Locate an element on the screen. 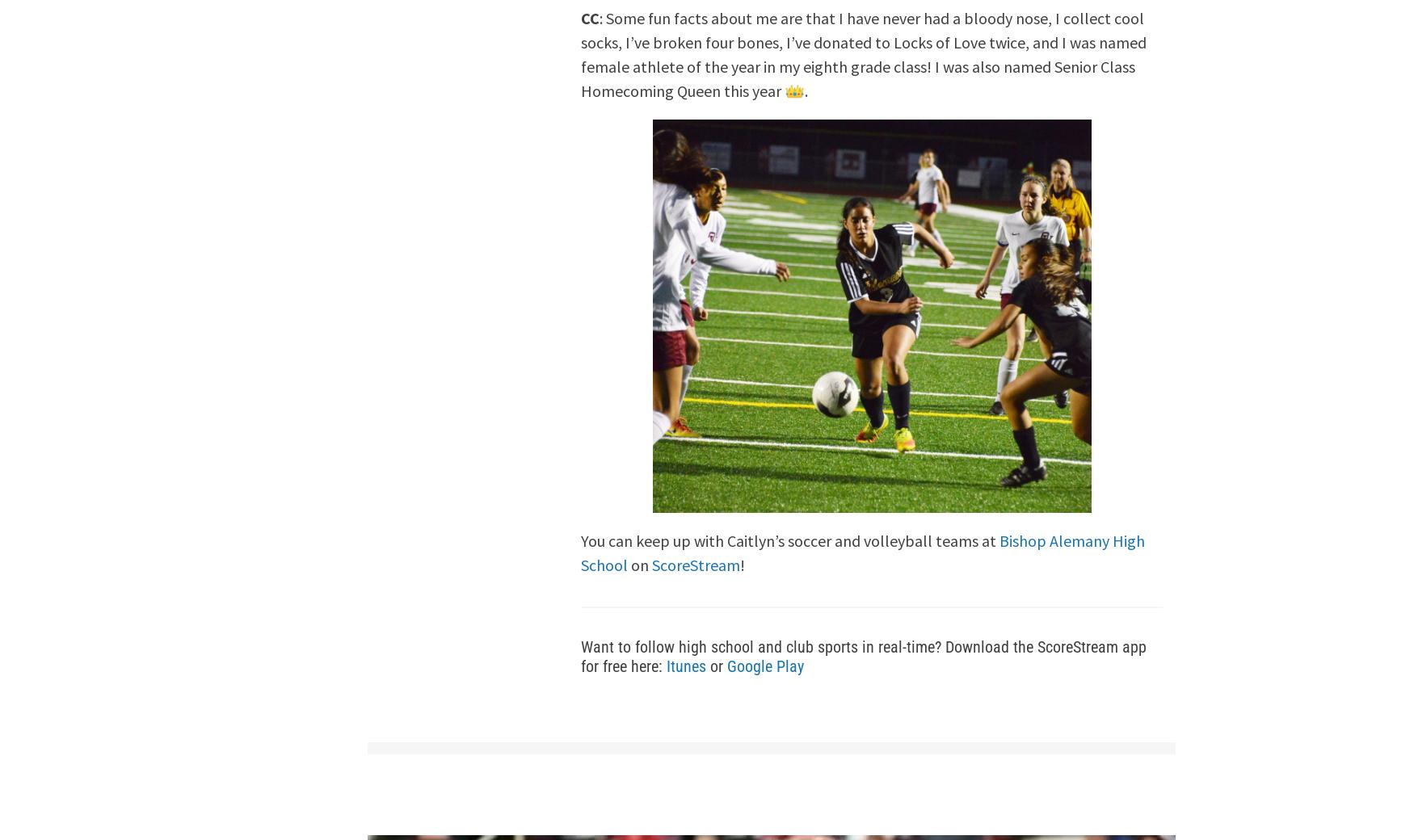 The width and height of the screenshot is (1414, 840). 'or' is located at coordinates (705, 666).